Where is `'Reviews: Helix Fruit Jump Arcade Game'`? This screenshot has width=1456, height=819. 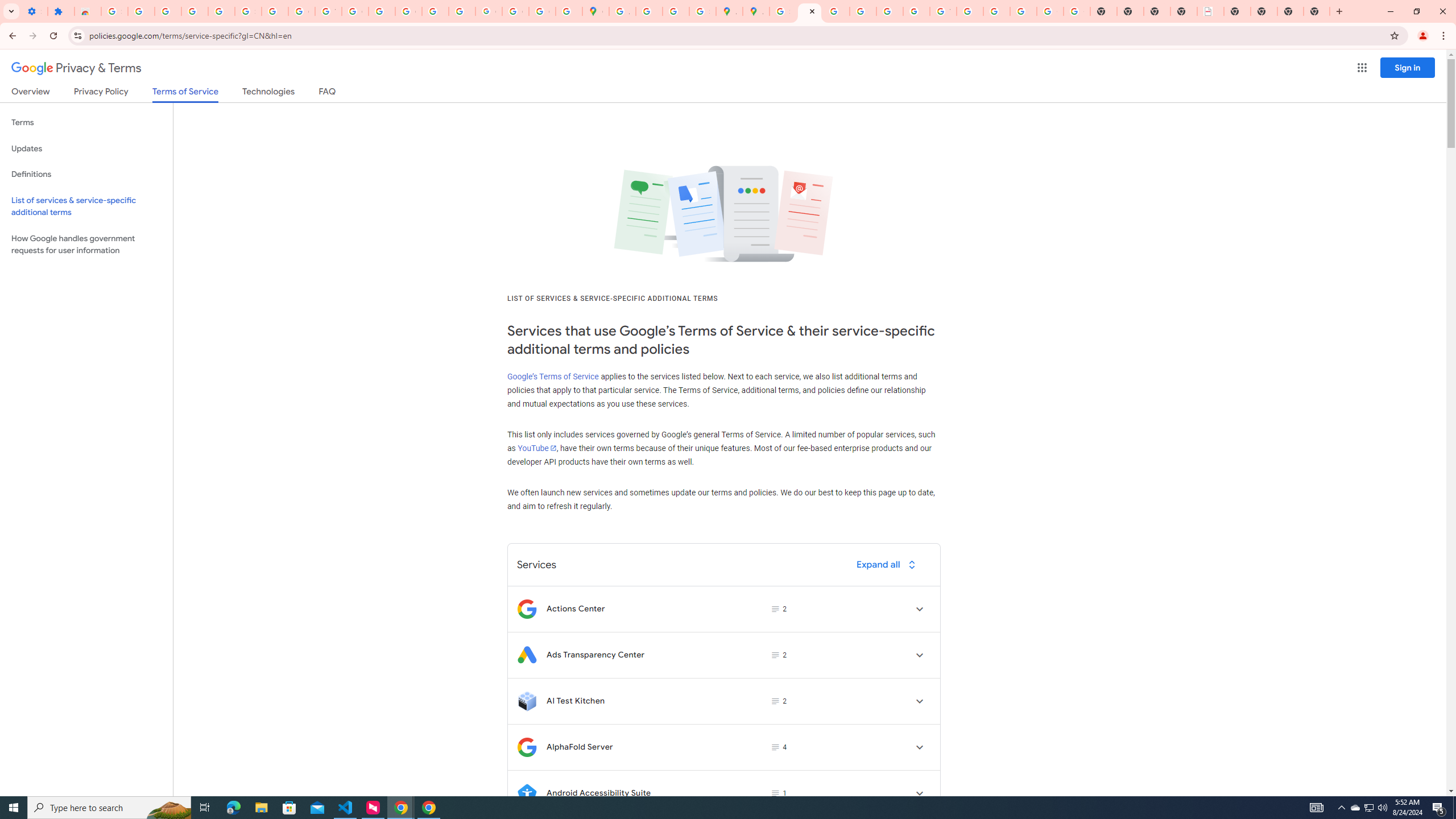
'Reviews: Helix Fruit Jump Arcade Game' is located at coordinates (88, 11).